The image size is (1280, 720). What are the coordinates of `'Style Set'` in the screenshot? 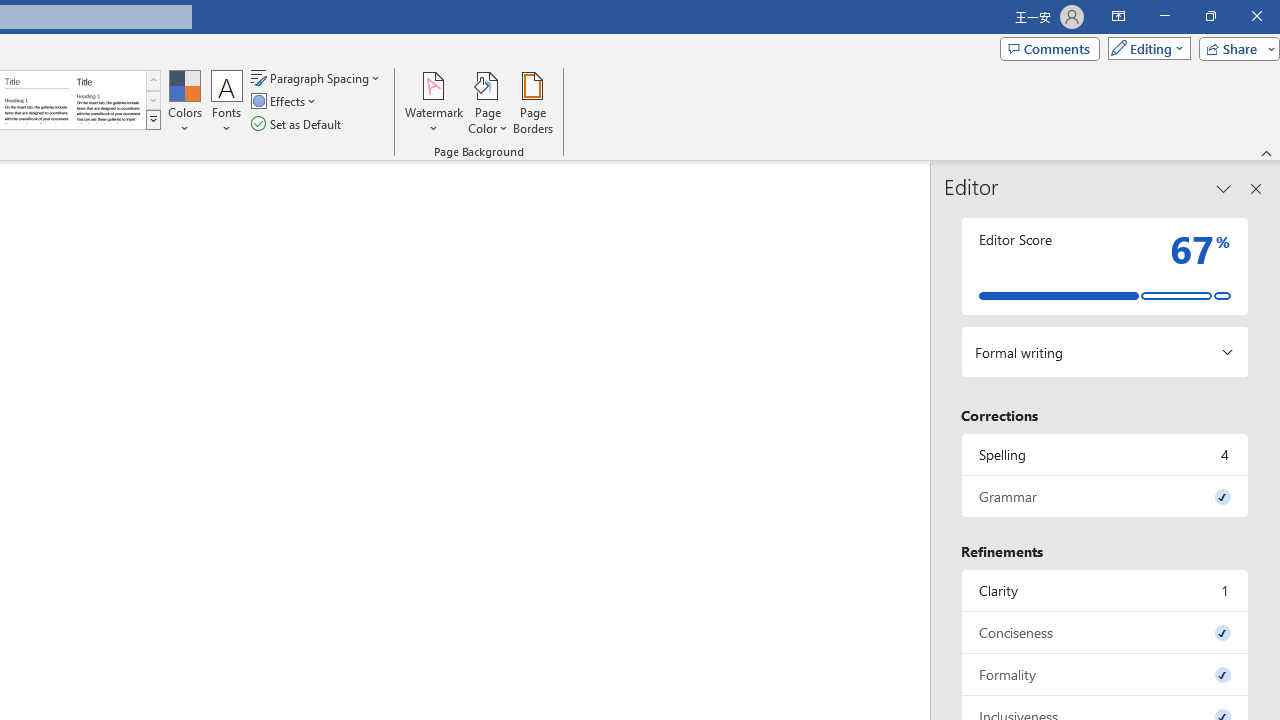 It's located at (152, 120).